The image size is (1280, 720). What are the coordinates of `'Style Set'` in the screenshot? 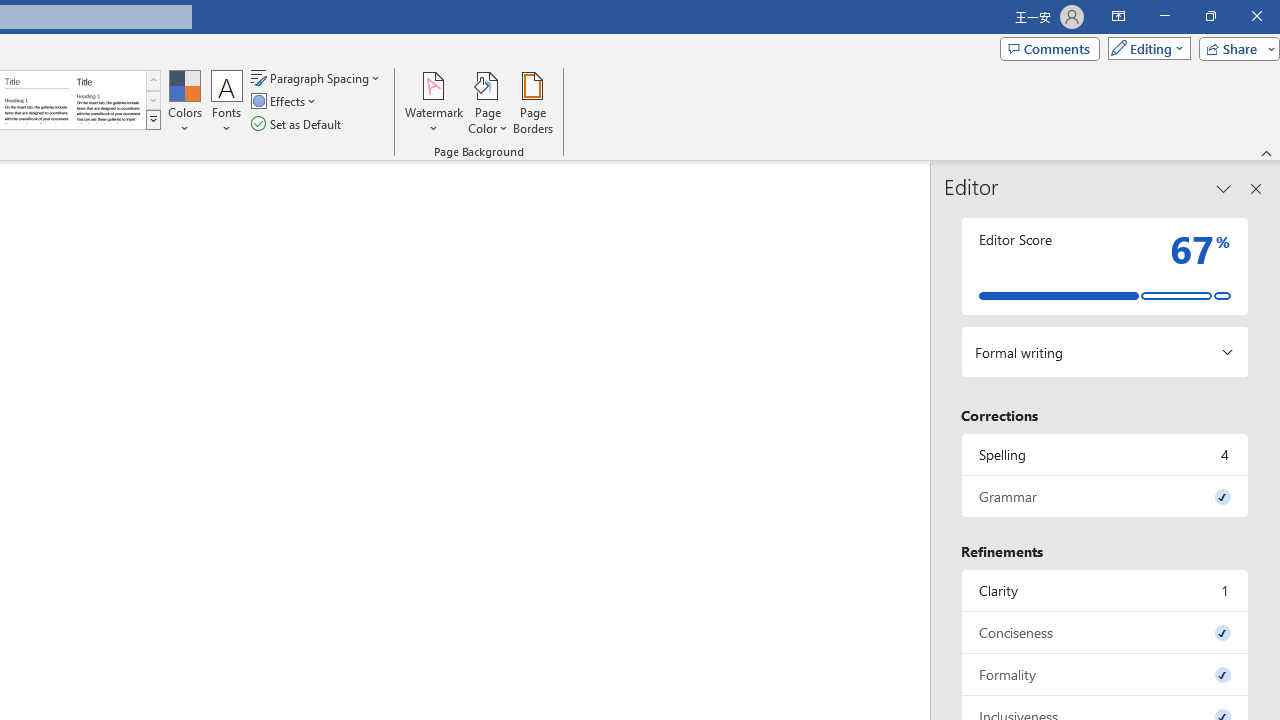 It's located at (152, 120).